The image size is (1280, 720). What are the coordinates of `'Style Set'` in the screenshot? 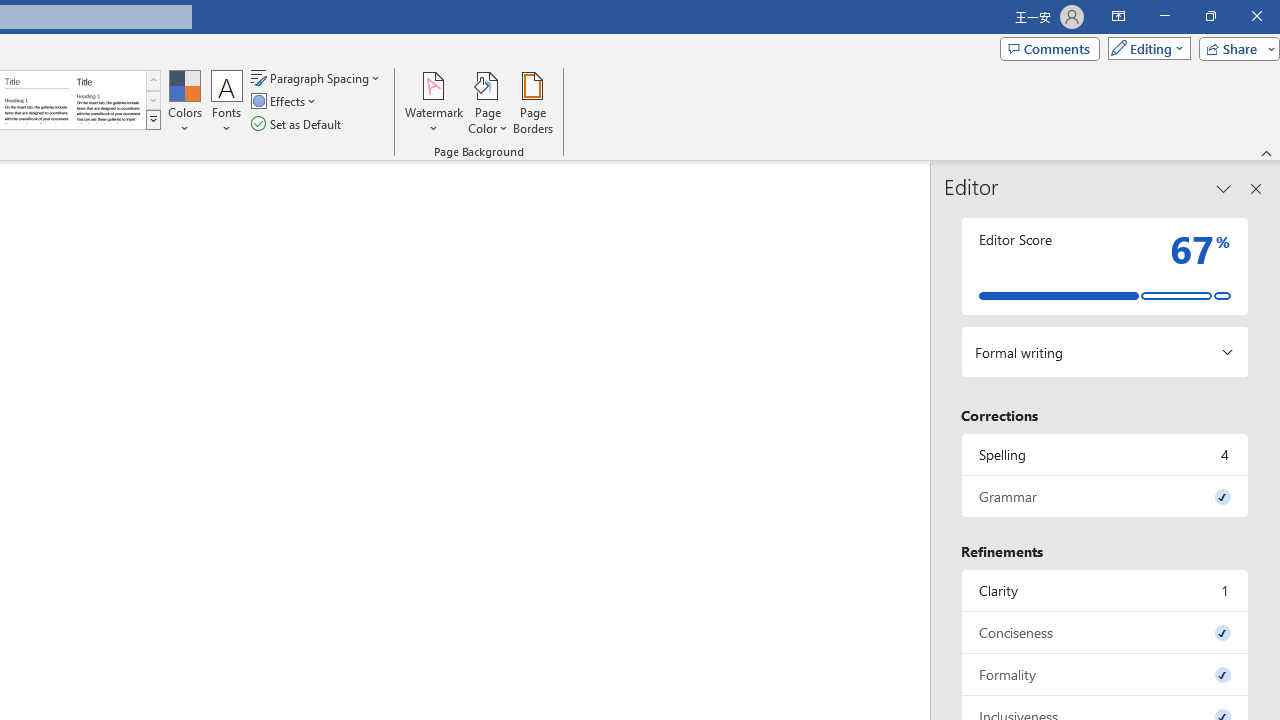 It's located at (152, 120).